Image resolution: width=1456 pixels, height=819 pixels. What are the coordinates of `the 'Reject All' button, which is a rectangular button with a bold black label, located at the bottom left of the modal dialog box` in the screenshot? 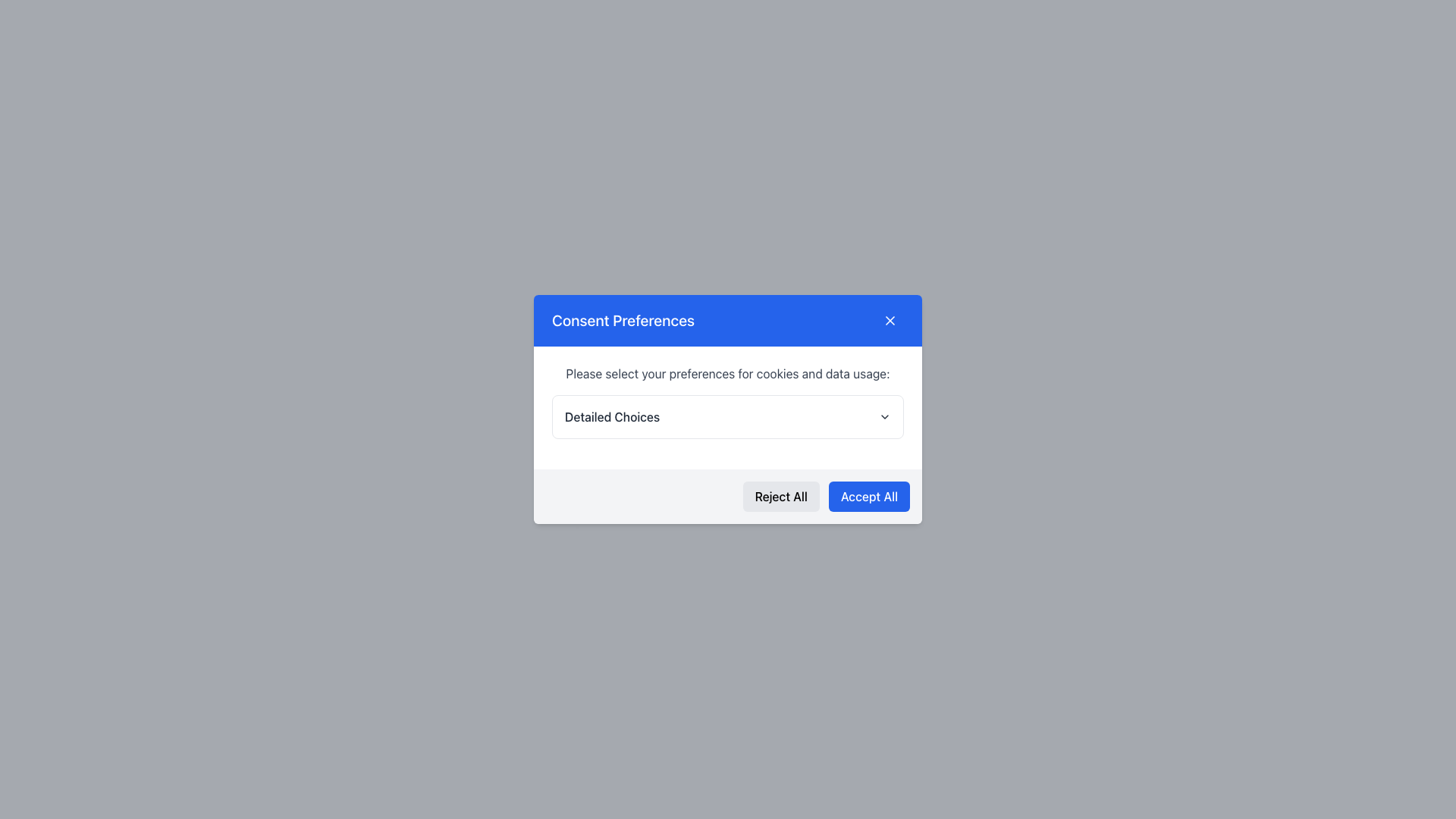 It's located at (781, 497).